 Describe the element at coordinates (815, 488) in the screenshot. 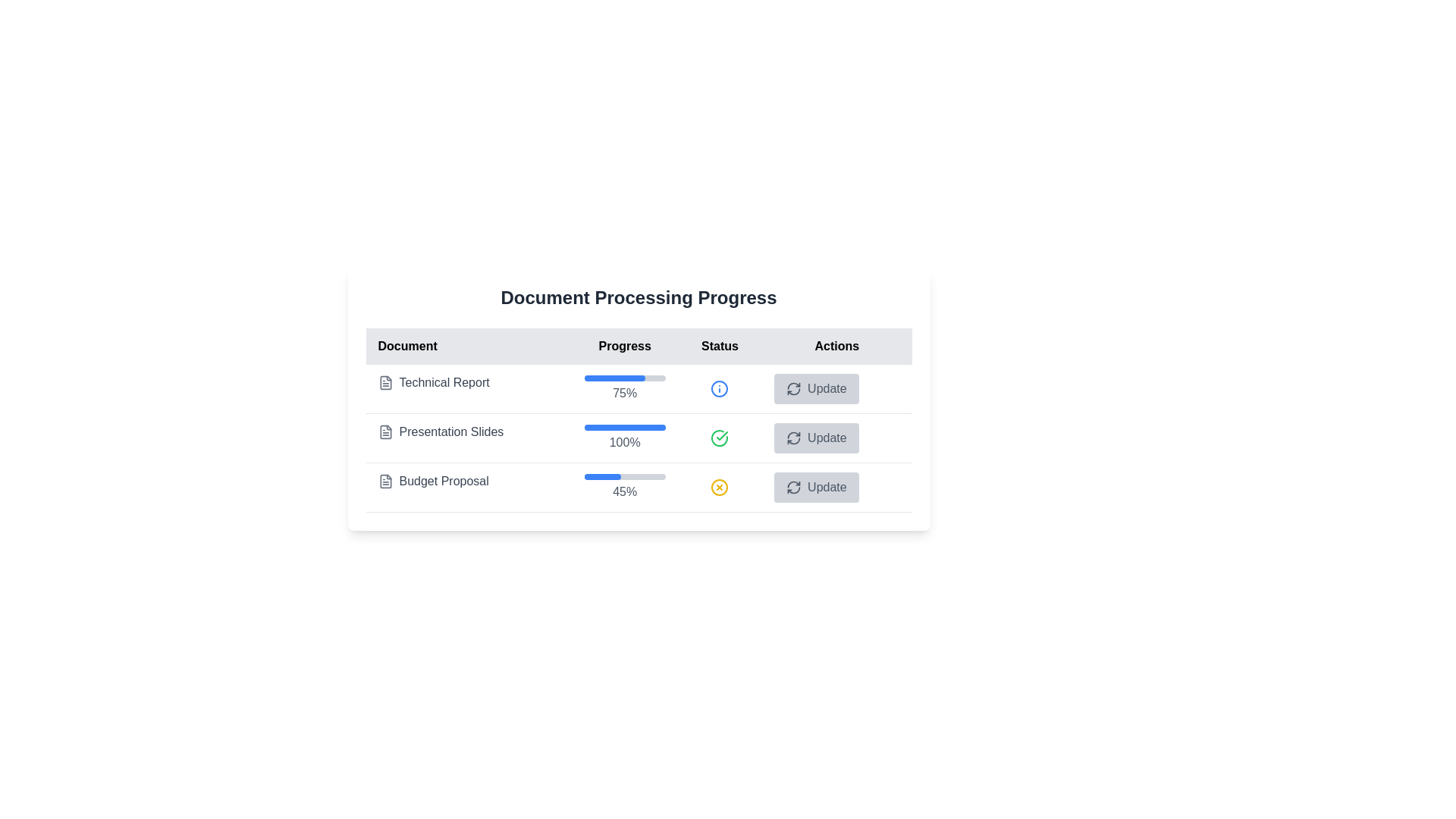

I see `the third 'Update' button in the 'Actions' column corresponding to 'Budget Proposal' to change its appearance` at that location.